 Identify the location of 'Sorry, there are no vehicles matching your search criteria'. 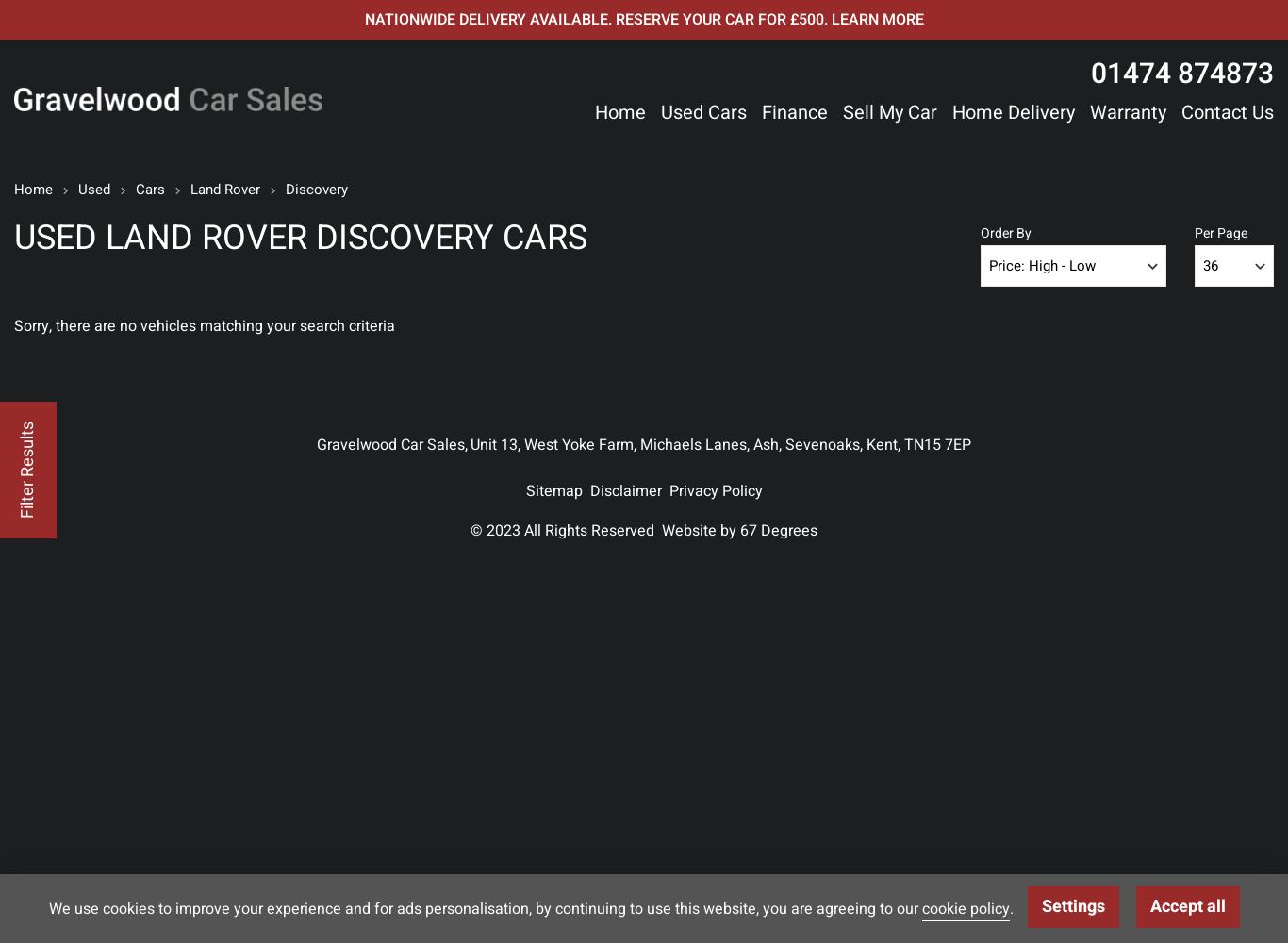
(204, 325).